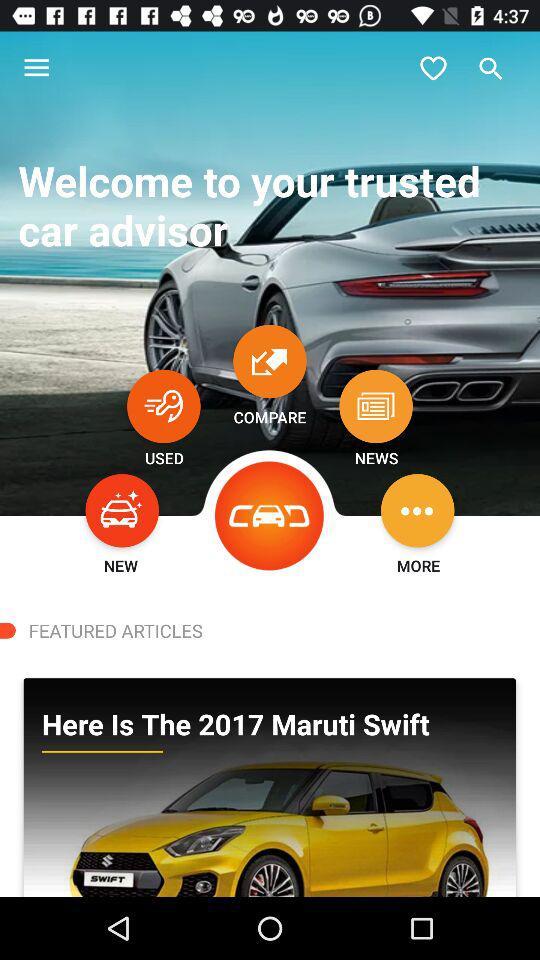  Describe the element at coordinates (122, 509) in the screenshot. I see `see new cars for sale` at that location.